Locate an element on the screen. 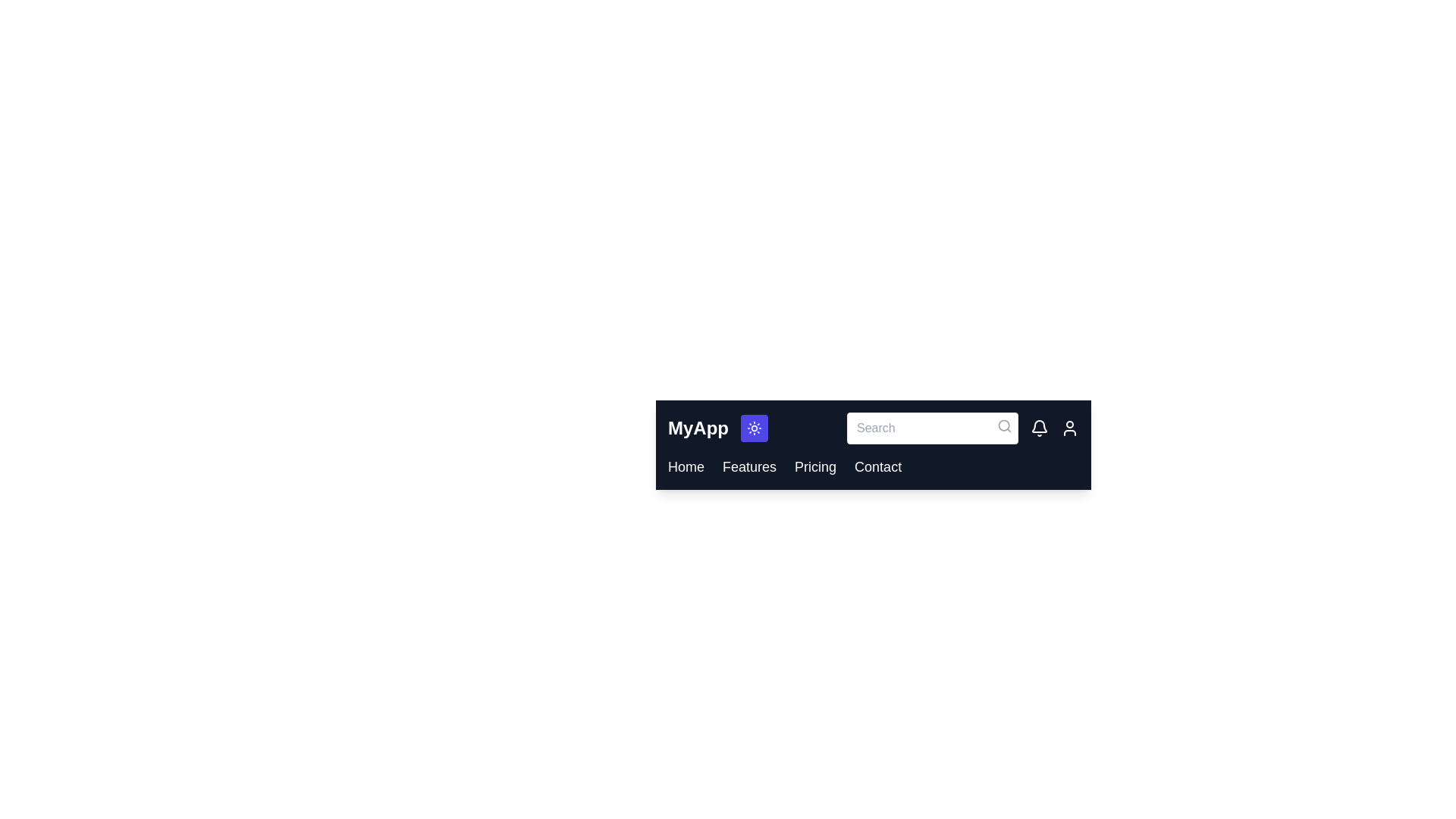 The width and height of the screenshot is (1456, 819). the Pricing link in the navigation bar is located at coordinates (814, 466).